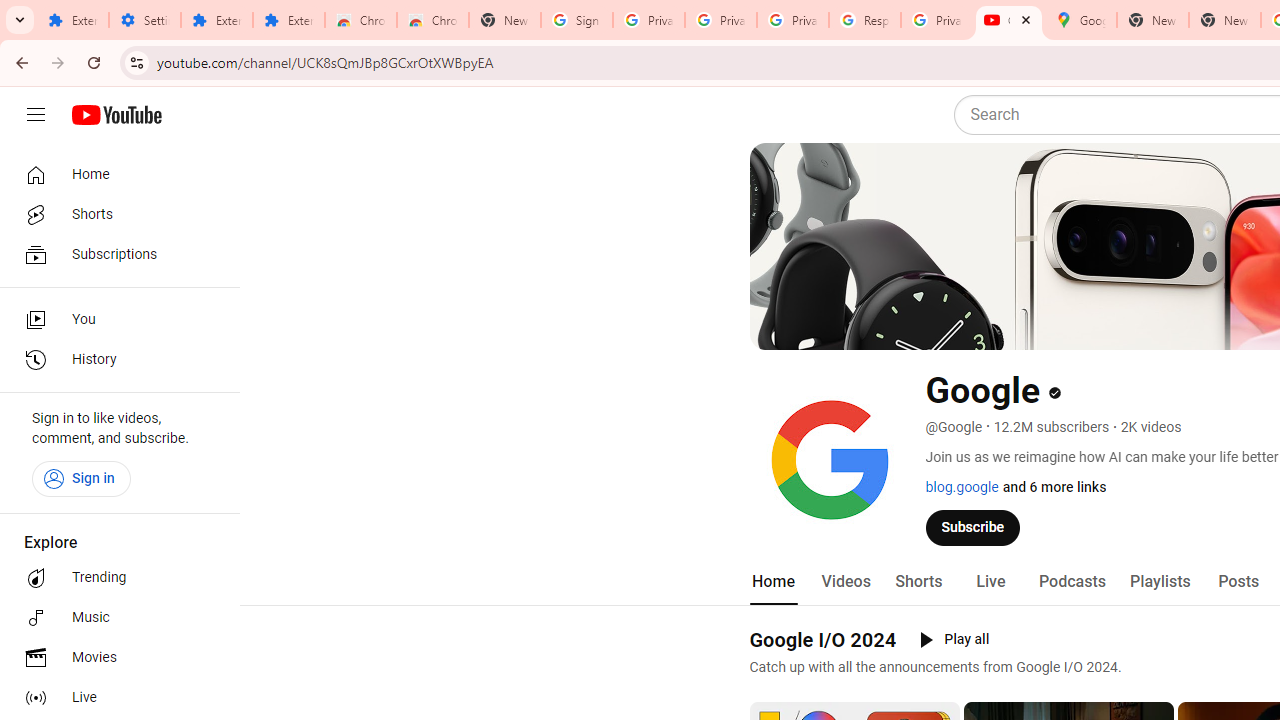  What do you see at coordinates (1053, 487) in the screenshot?
I see `'and 6 more links'` at bounding box center [1053, 487].